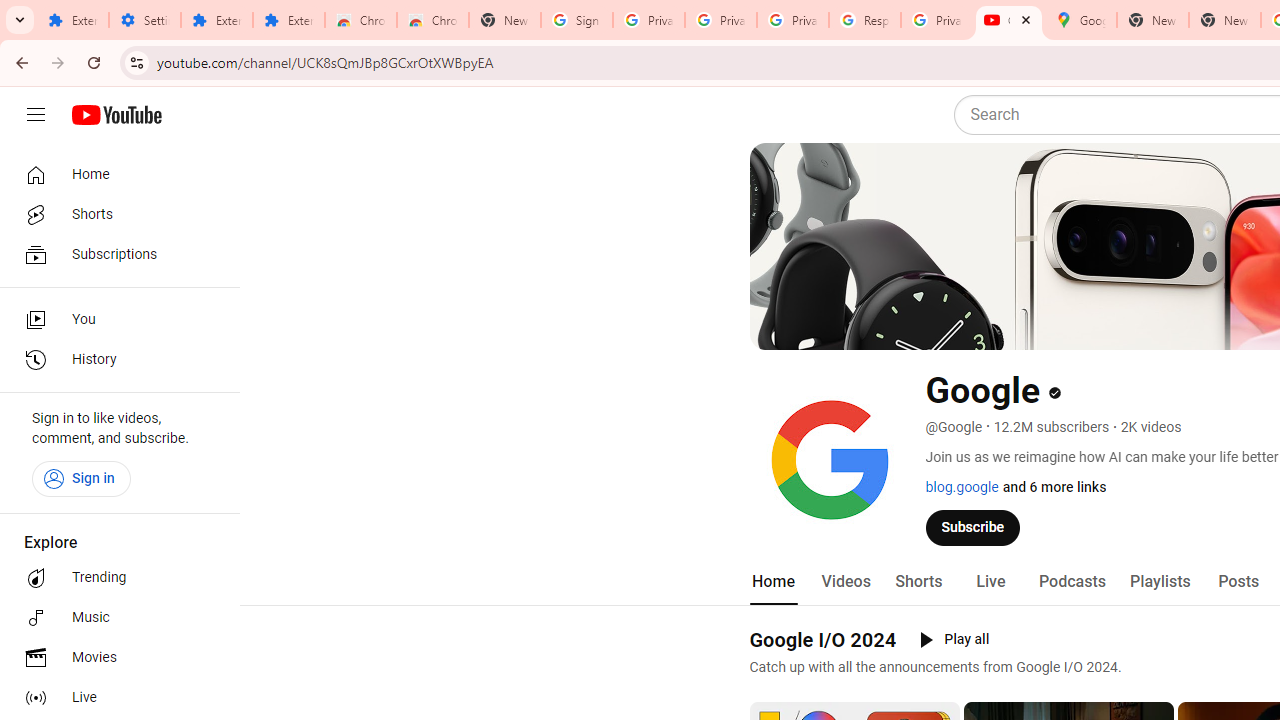  What do you see at coordinates (1053, 487) in the screenshot?
I see `'and 6 more links'` at bounding box center [1053, 487].